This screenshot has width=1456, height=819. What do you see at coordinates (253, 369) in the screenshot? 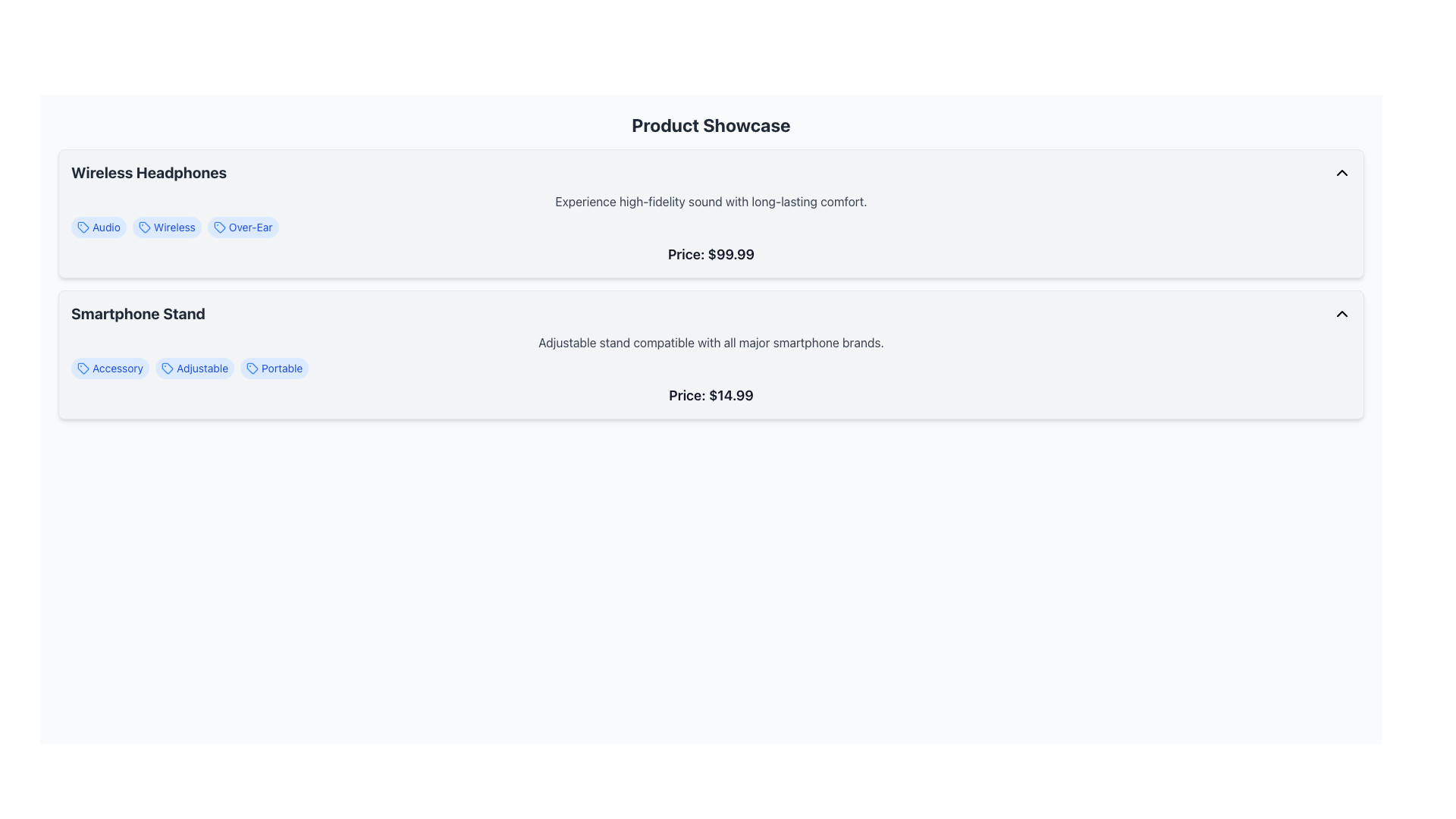
I see `the icon associated with the 'Portable' label, located in the second row under the 'Product Showcase' header, in the rightmost tag category for 'Smartphone Stand'` at bounding box center [253, 369].